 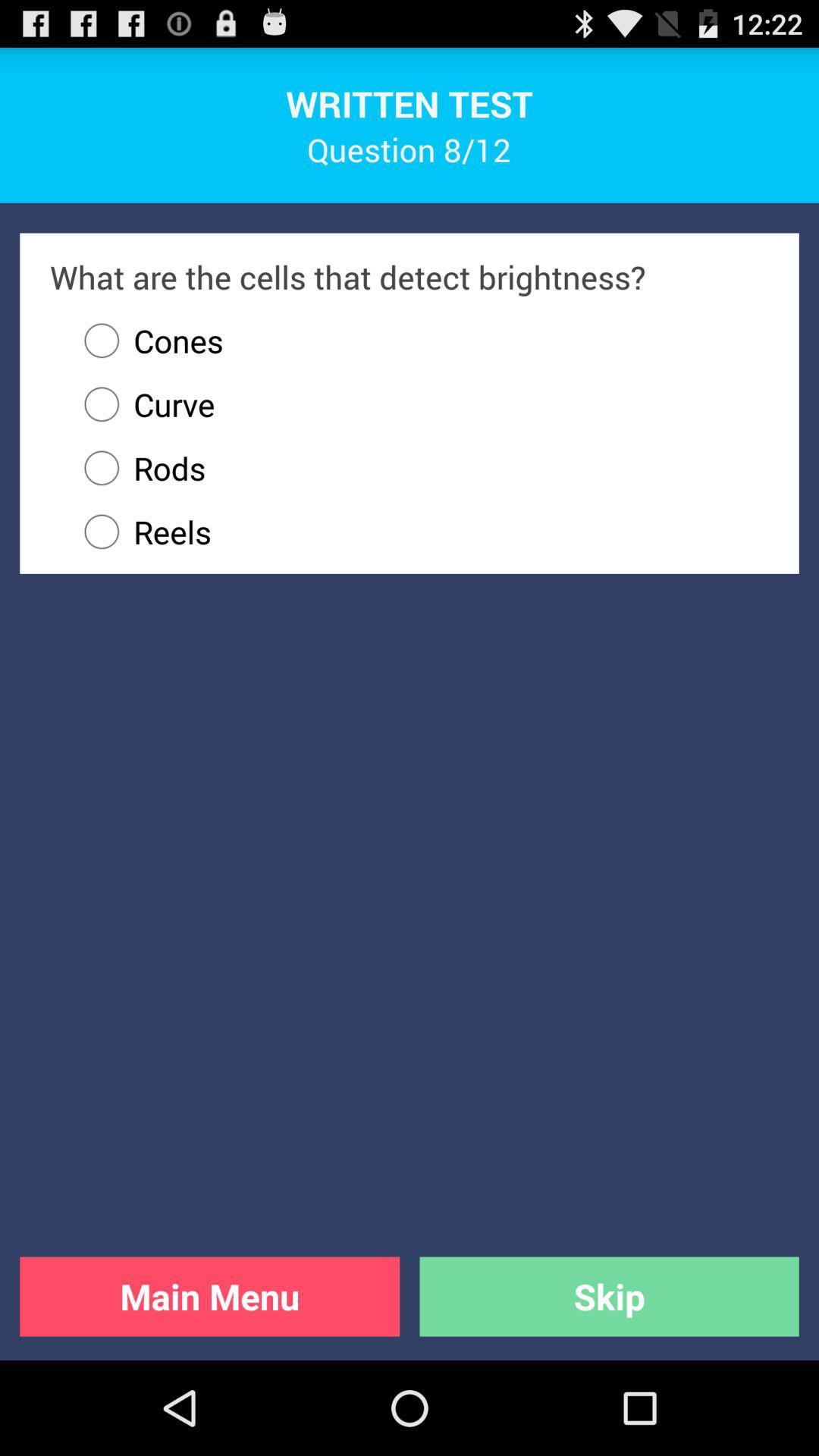 I want to click on reels at the center, so click(x=419, y=532).